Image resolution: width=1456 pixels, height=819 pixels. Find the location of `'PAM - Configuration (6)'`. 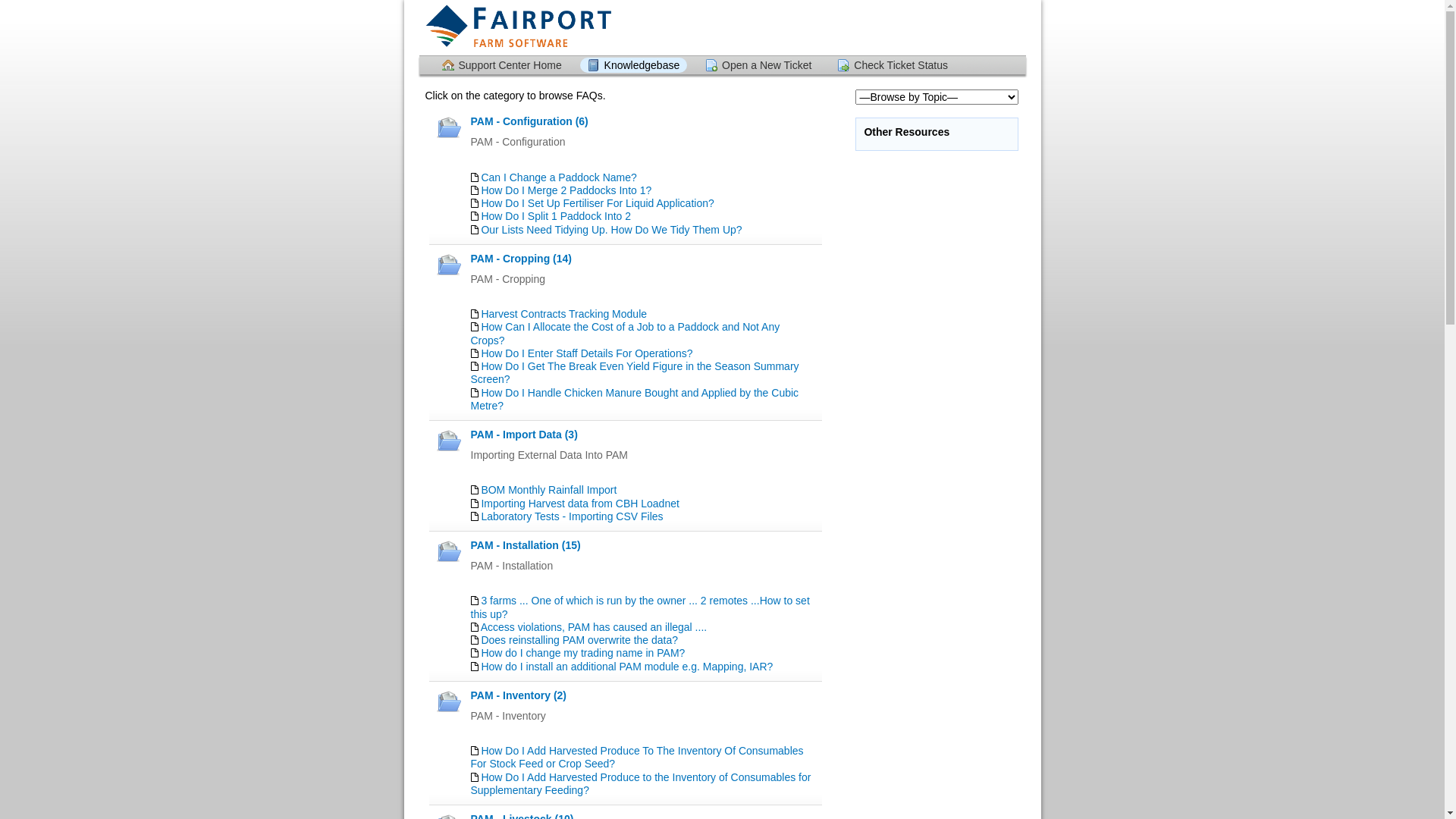

'PAM - Configuration (6)' is located at coordinates (469, 120).